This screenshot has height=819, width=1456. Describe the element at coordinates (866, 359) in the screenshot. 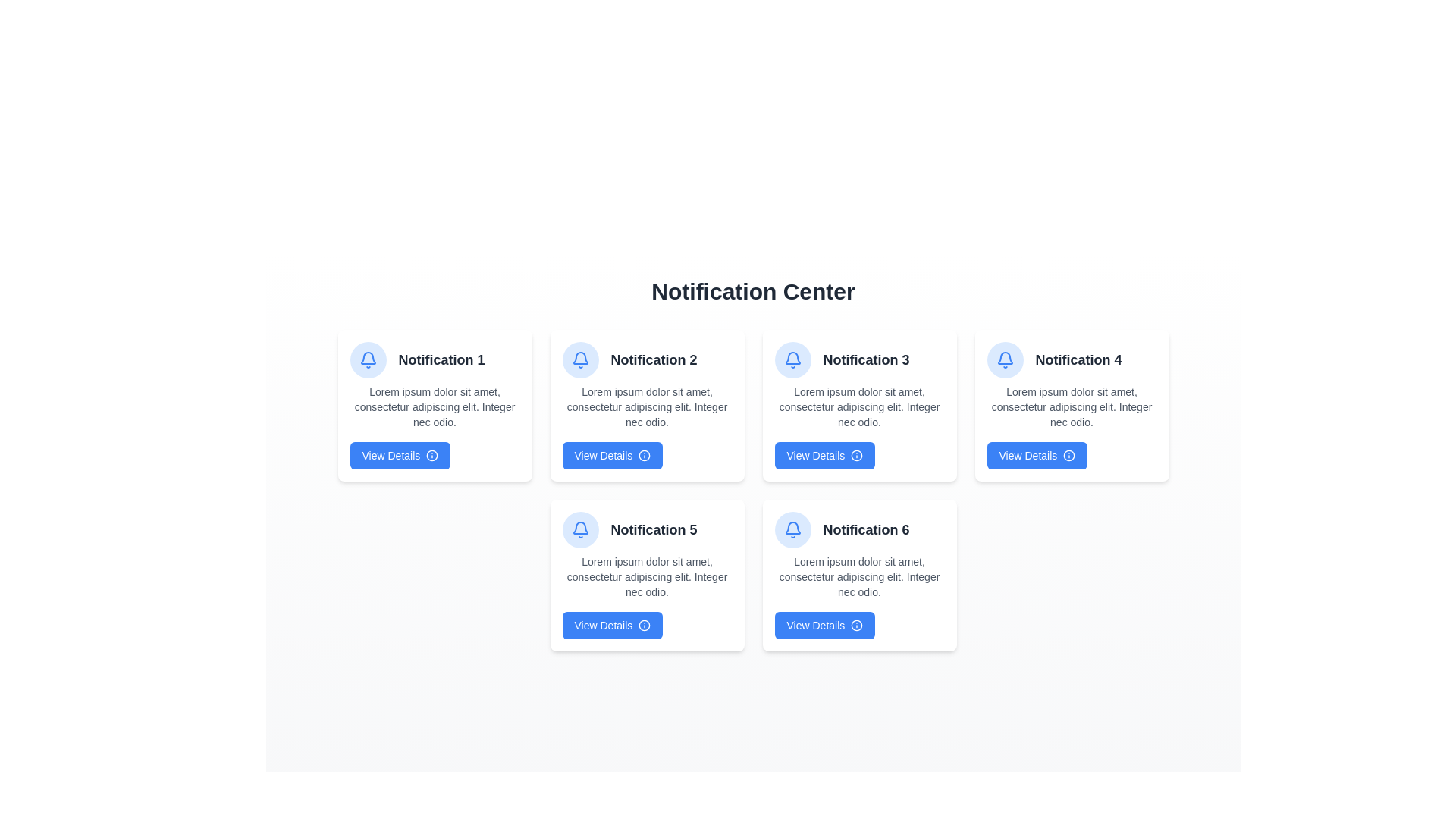

I see `the title of the third notification, which is located between 'Notification 2' and 'Notification 4' in the notification grid, even though it is marked as non-interactive` at that location.